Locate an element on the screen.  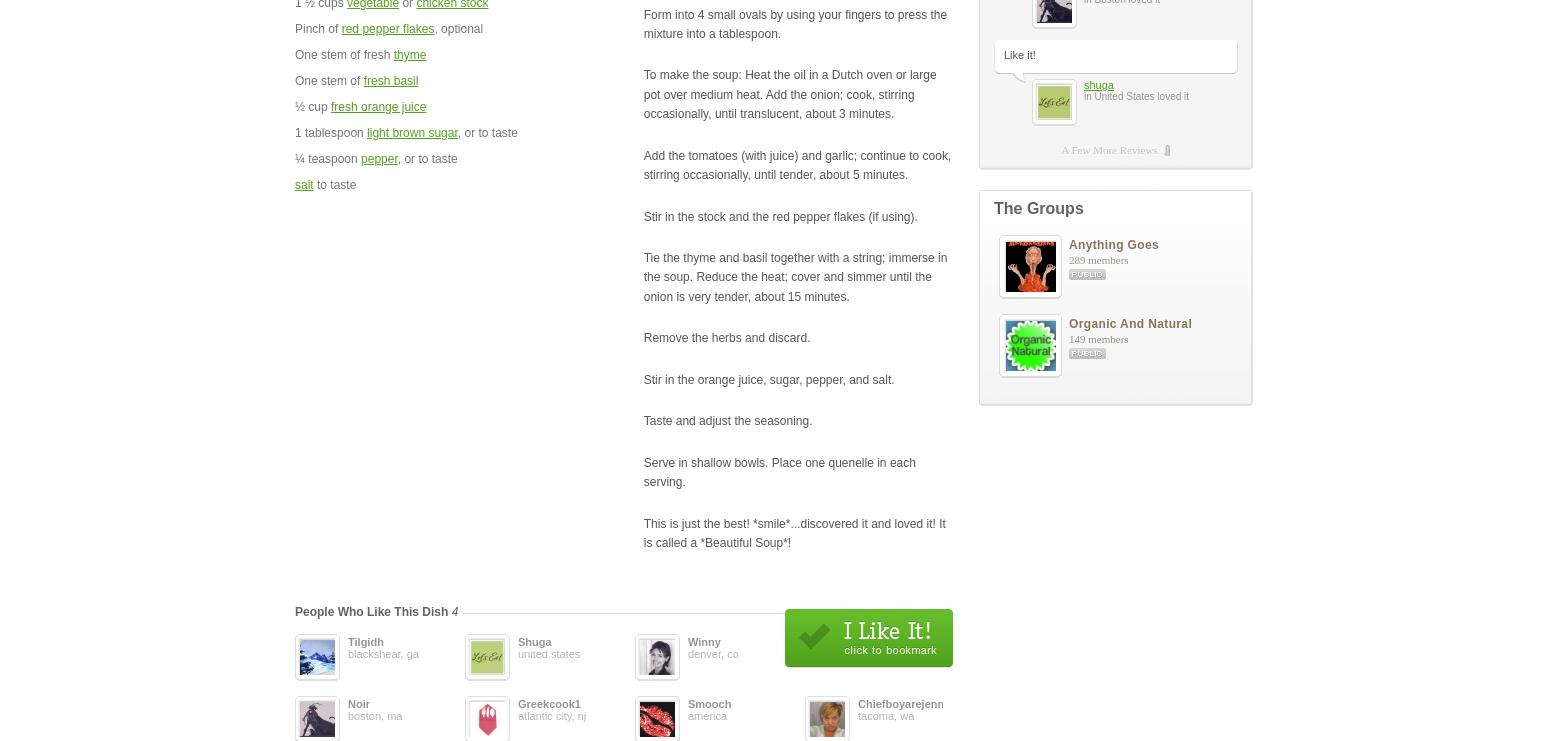
'Stir in the stock and the red pepper flakes (if using).' is located at coordinates (778, 216).